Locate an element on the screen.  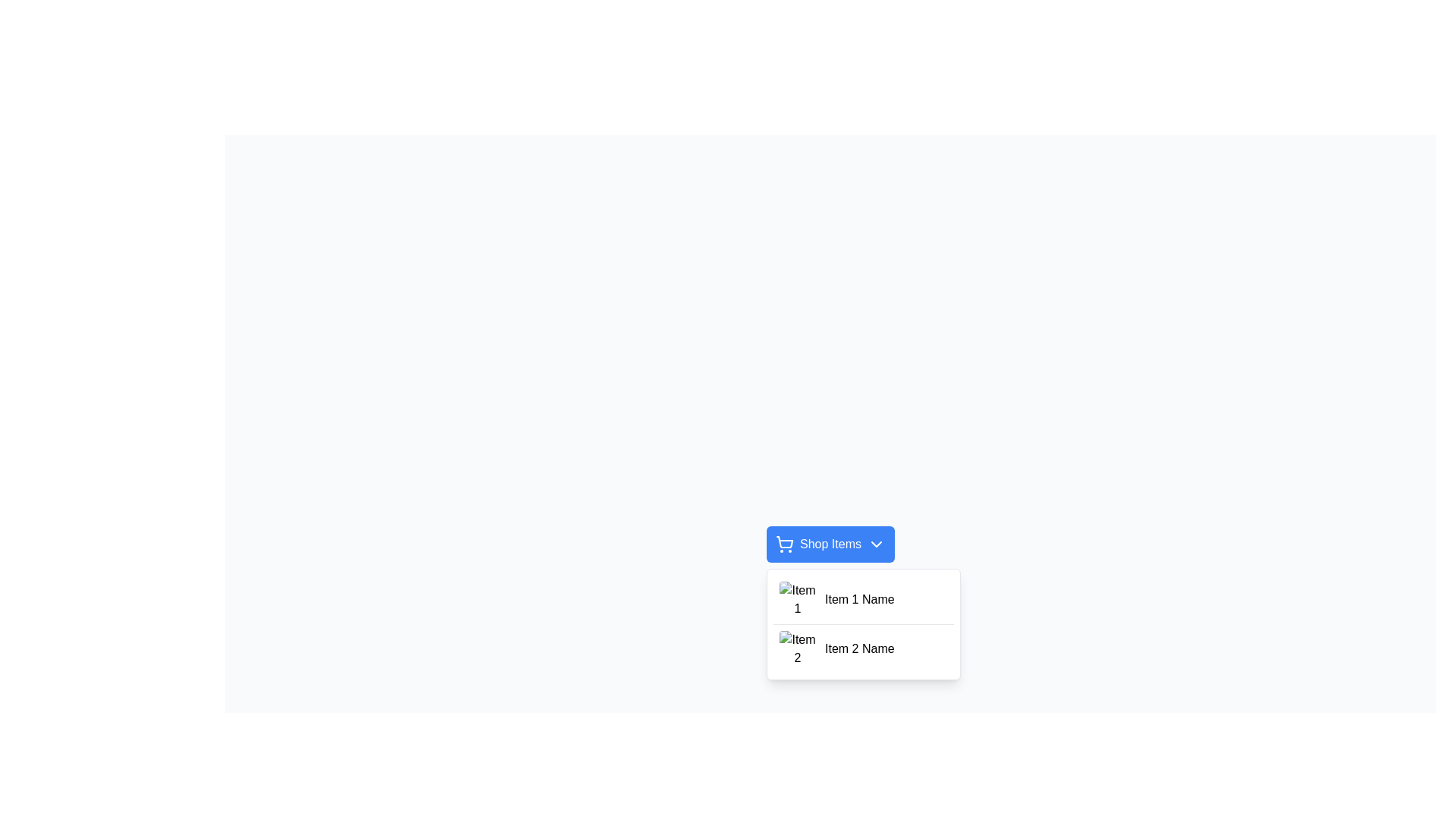
the dropdown menu located directly below the 'Shop Items' button is located at coordinates (863, 624).